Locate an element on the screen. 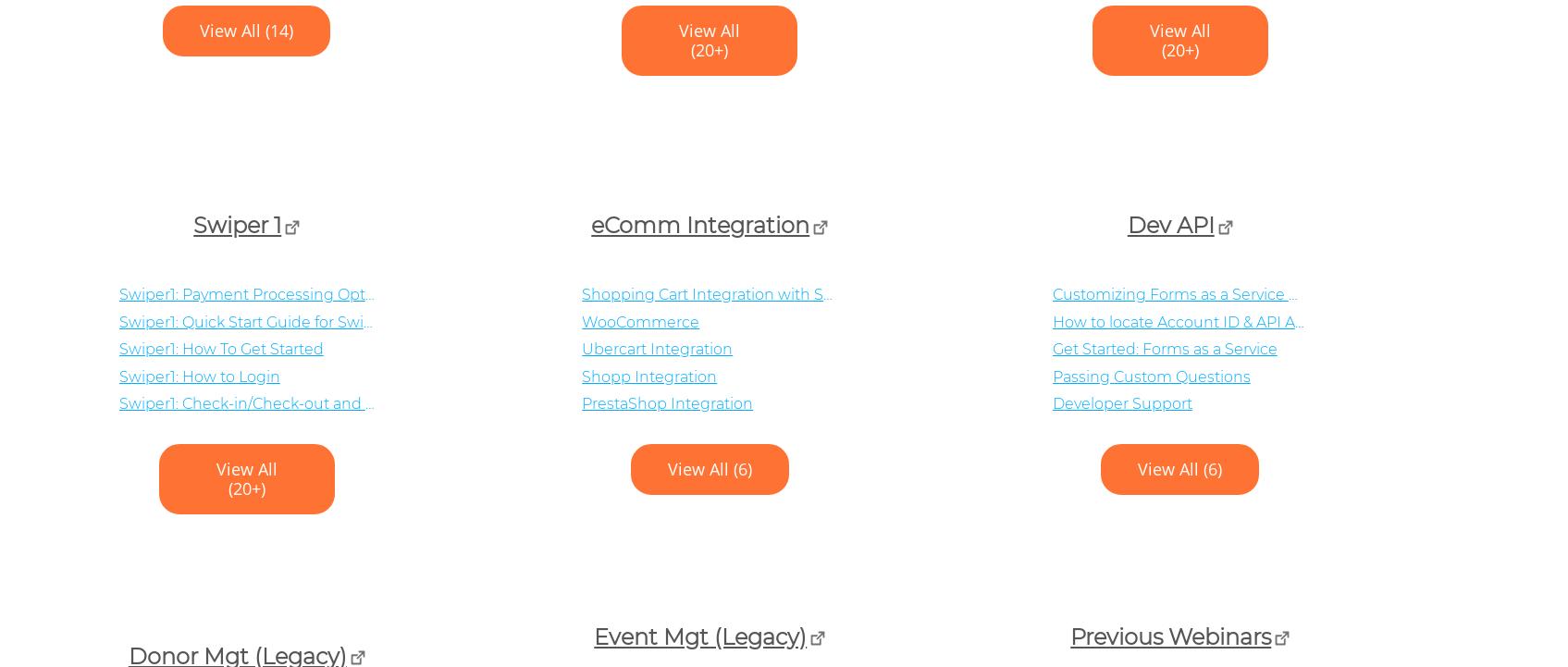 The height and width of the screenshot is (667, 1568). 'Swiper1: Payment Processing Options' is located at coordinates (256, 294).